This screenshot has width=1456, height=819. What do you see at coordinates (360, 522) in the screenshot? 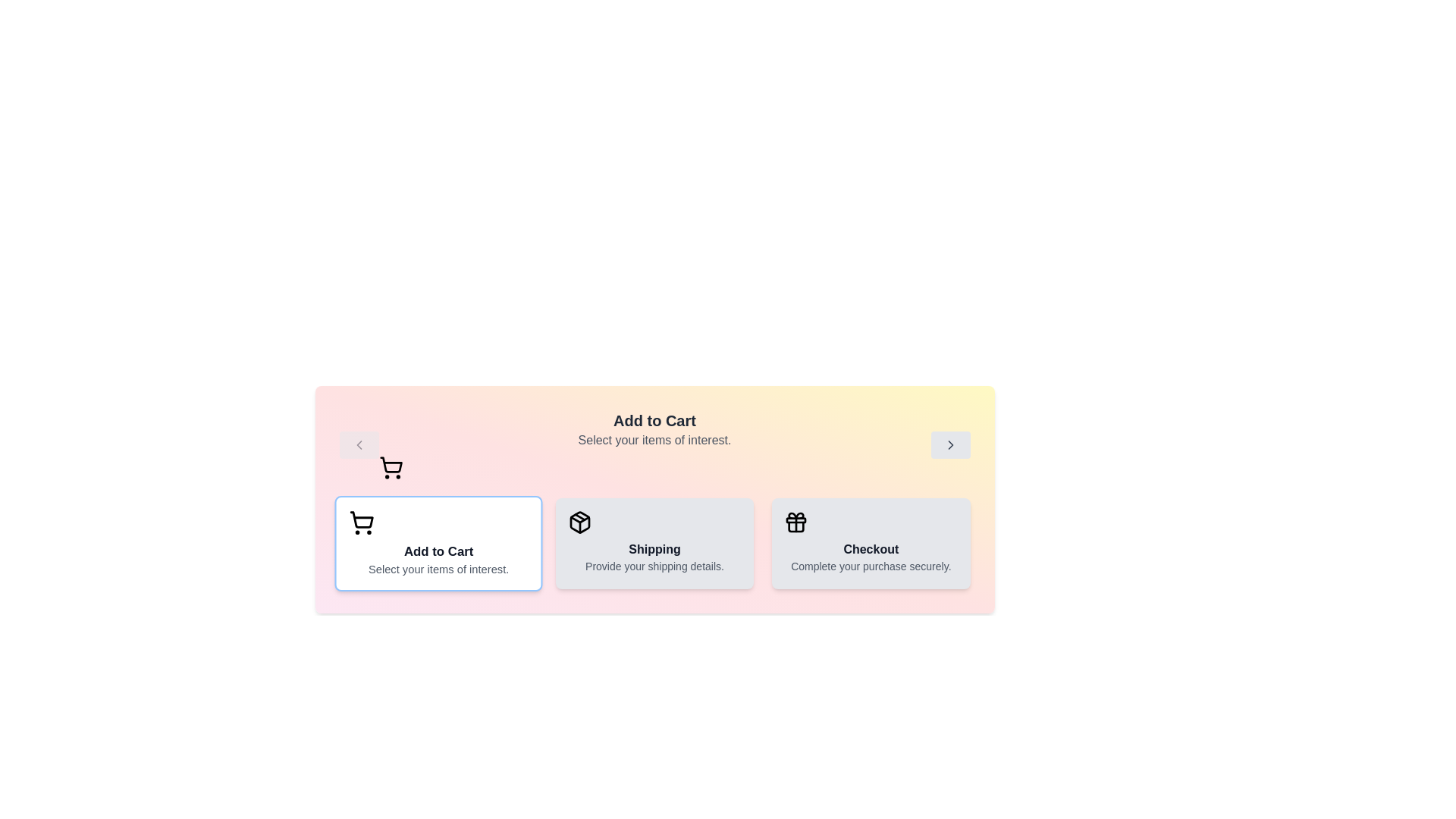
I see `the shopping cart icon, which is a thin black outline icon resembling a traditional shopping cart, located at the leftmost part of the row labeled 'Add to Cart.'` at bounding box center [360, 522].